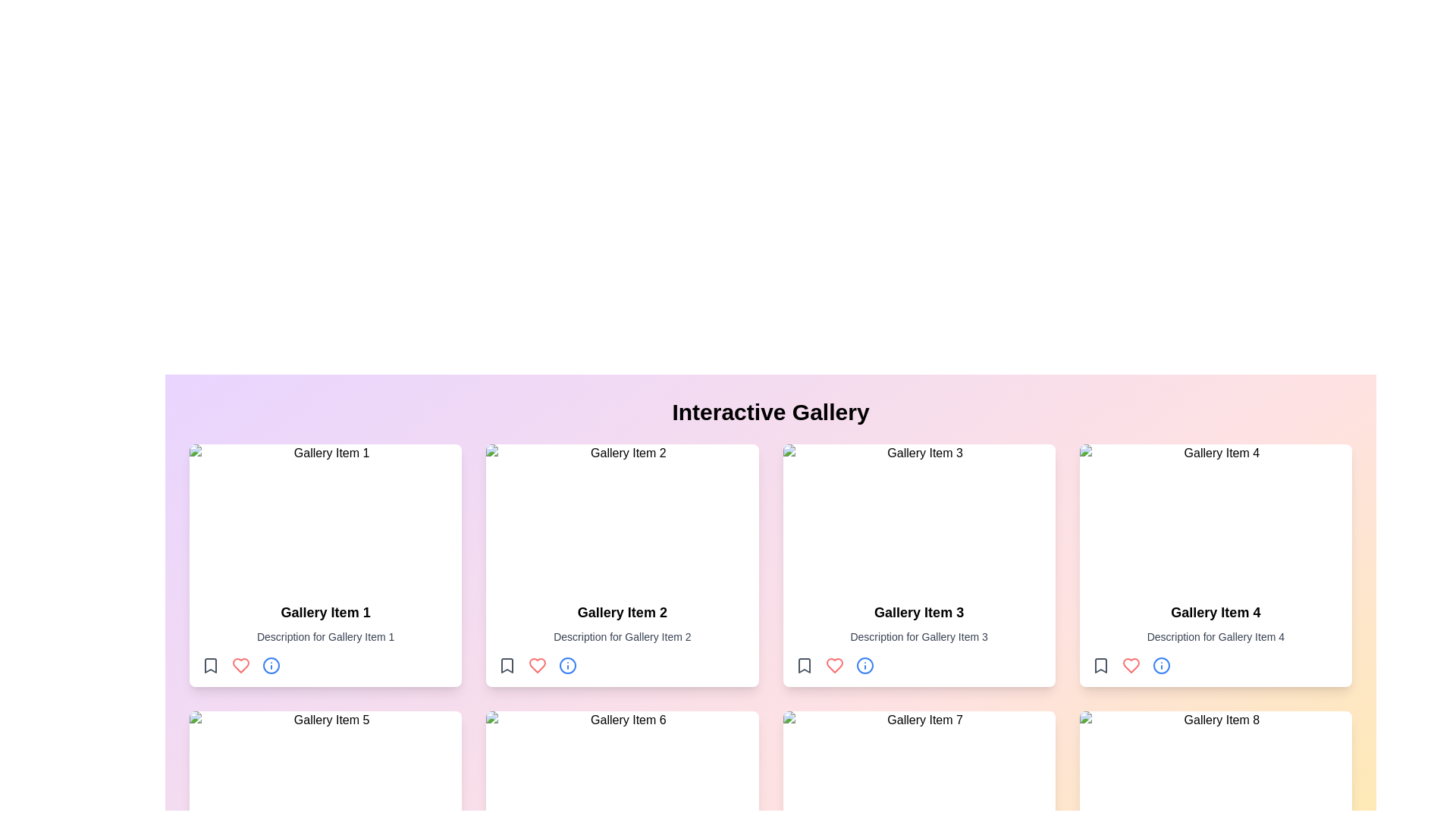 Image resolution: width=1456 pixels, height=819 pixels. I want to click on the image placeholder graphic labeled 'Image 3' in the third card of the gallery layout, so click(918, 516).